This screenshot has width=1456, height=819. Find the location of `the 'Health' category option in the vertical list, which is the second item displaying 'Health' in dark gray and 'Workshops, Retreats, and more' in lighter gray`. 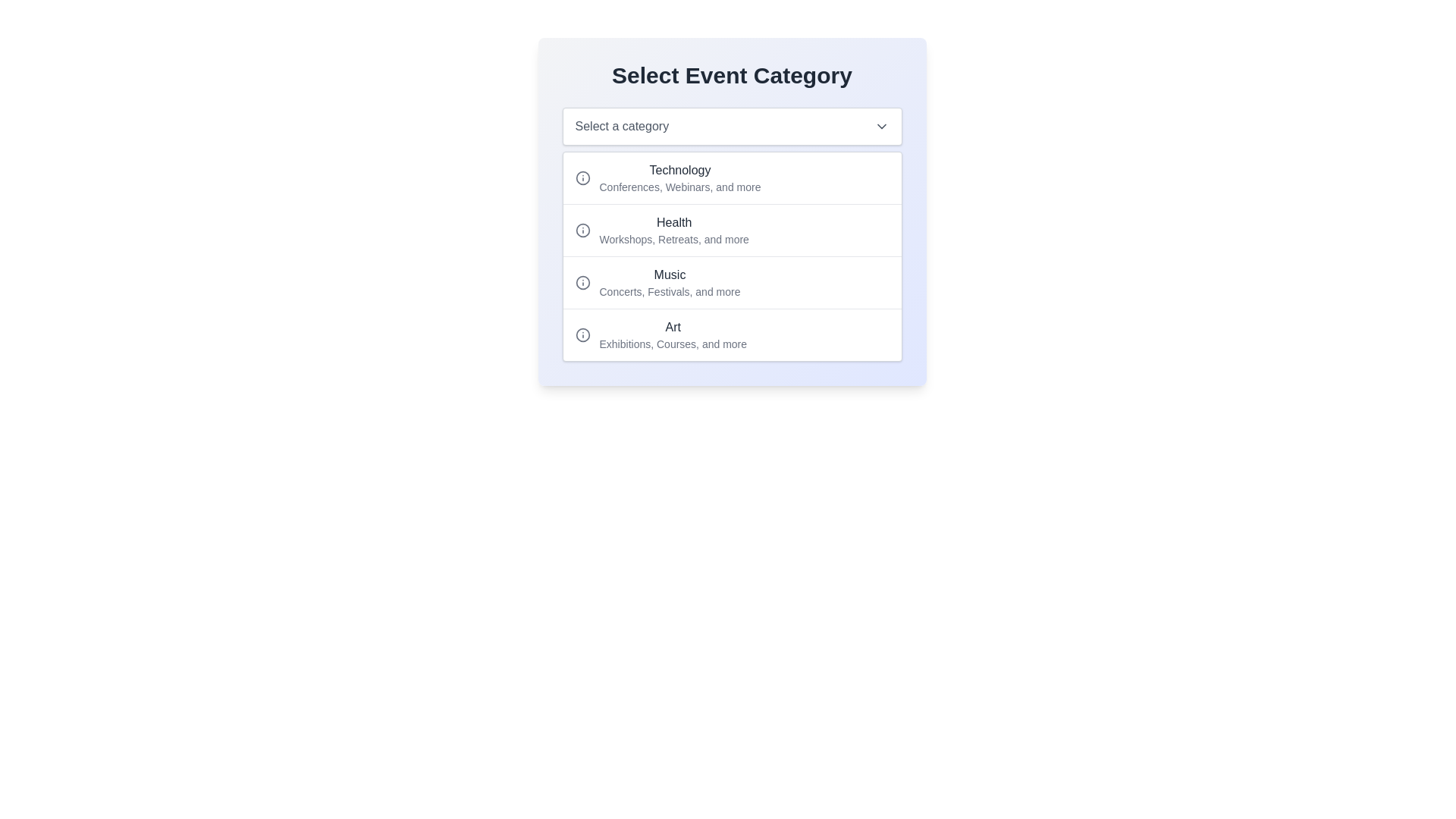

the 'Health' category option in the vertical list, which is the second item displaying 'Health' in dark gray and 'Workshops, Retreats, and more' in lighter gray is located at coordinates (673, 231).